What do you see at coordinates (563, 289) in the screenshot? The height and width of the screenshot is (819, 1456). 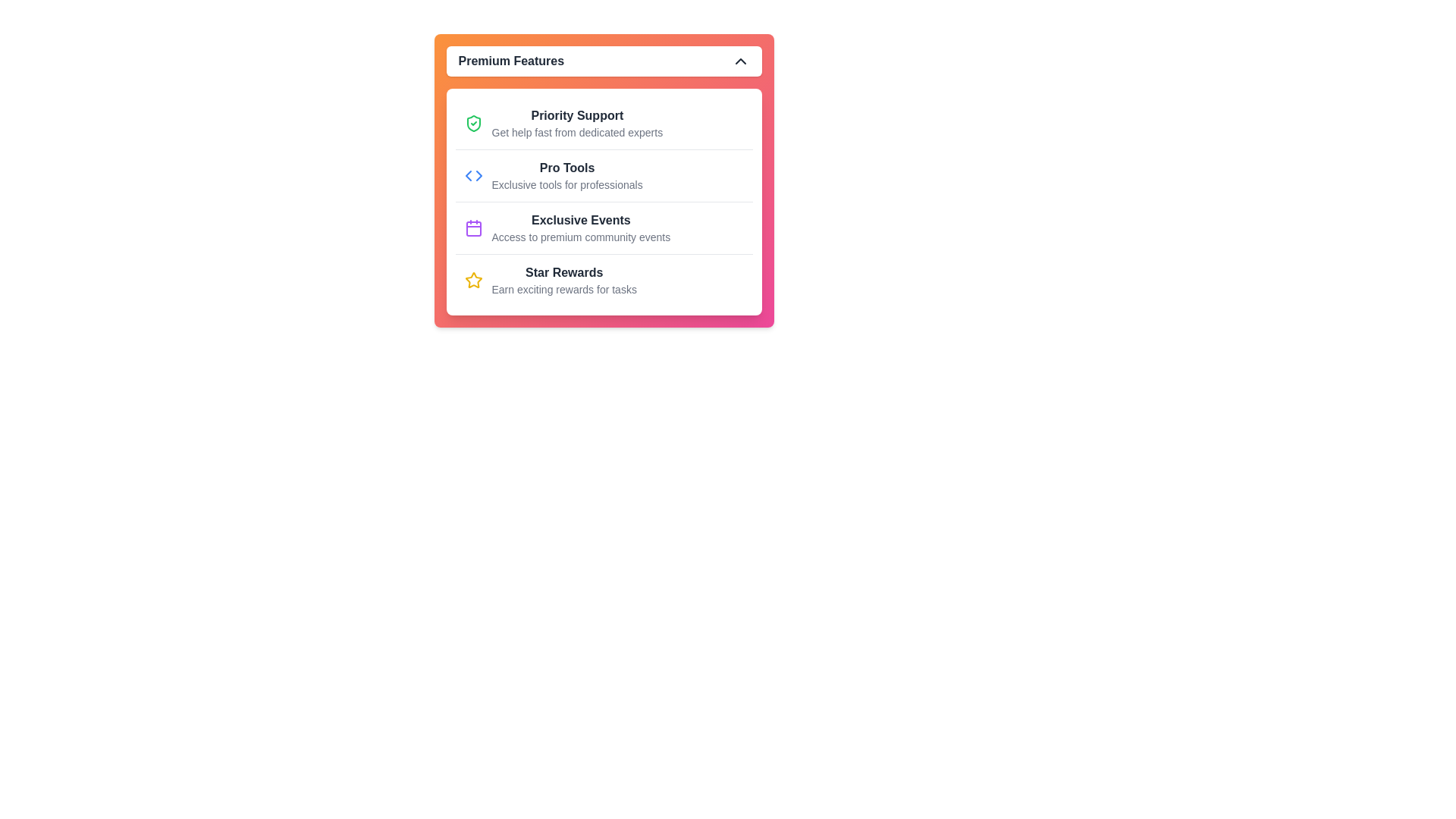 I see `text label that says 'Earn exciting rewards for tasks.' which is positioned below the 'Star Rewards' heading in the 'Premium Features' section` at bounding box center [563, 289].